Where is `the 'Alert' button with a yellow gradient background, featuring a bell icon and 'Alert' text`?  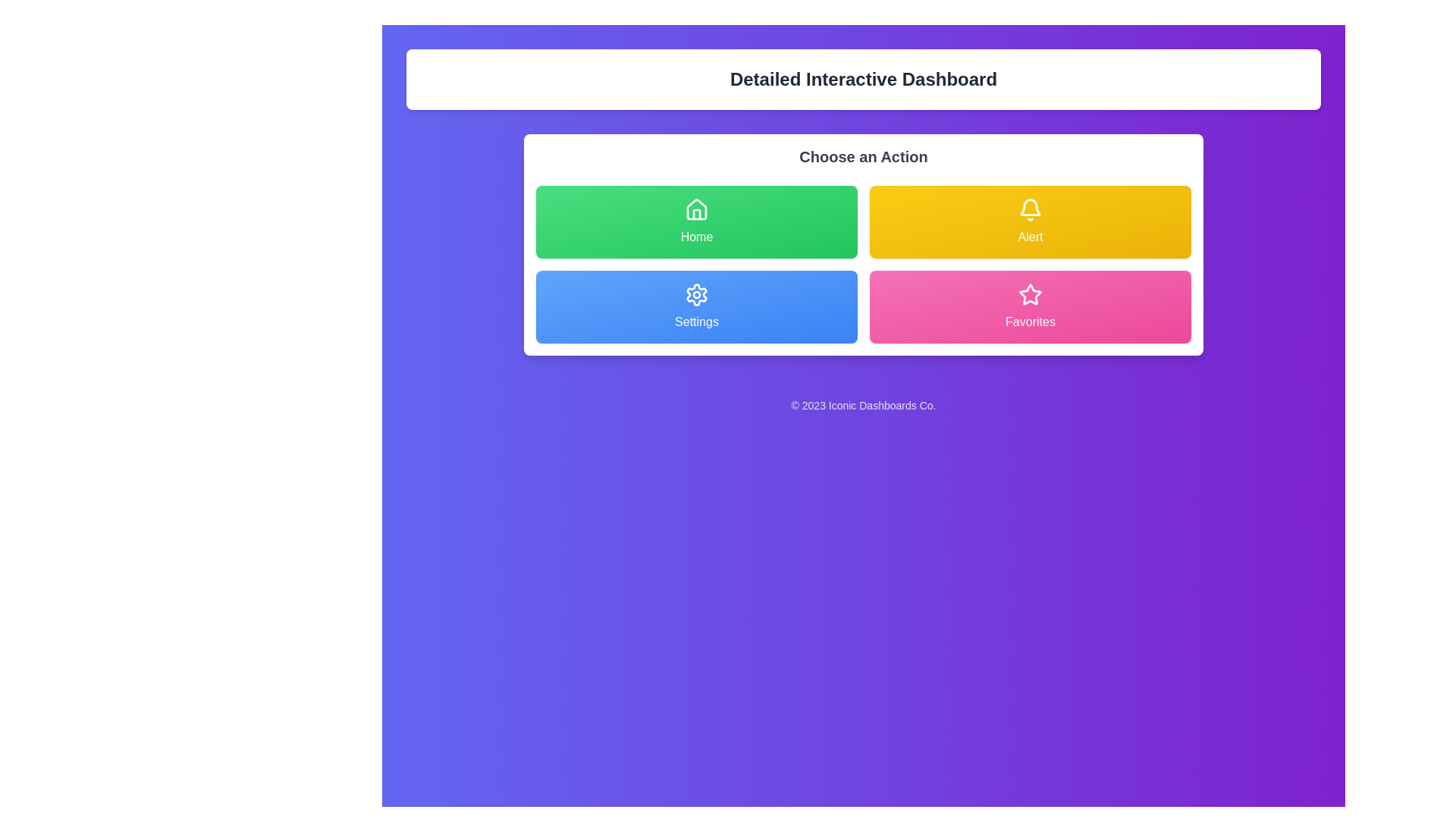
the 'Alert' button with a yellow gradient background, featuring a bell icon and 'Alert' text is located at coordinates (1030, 222).